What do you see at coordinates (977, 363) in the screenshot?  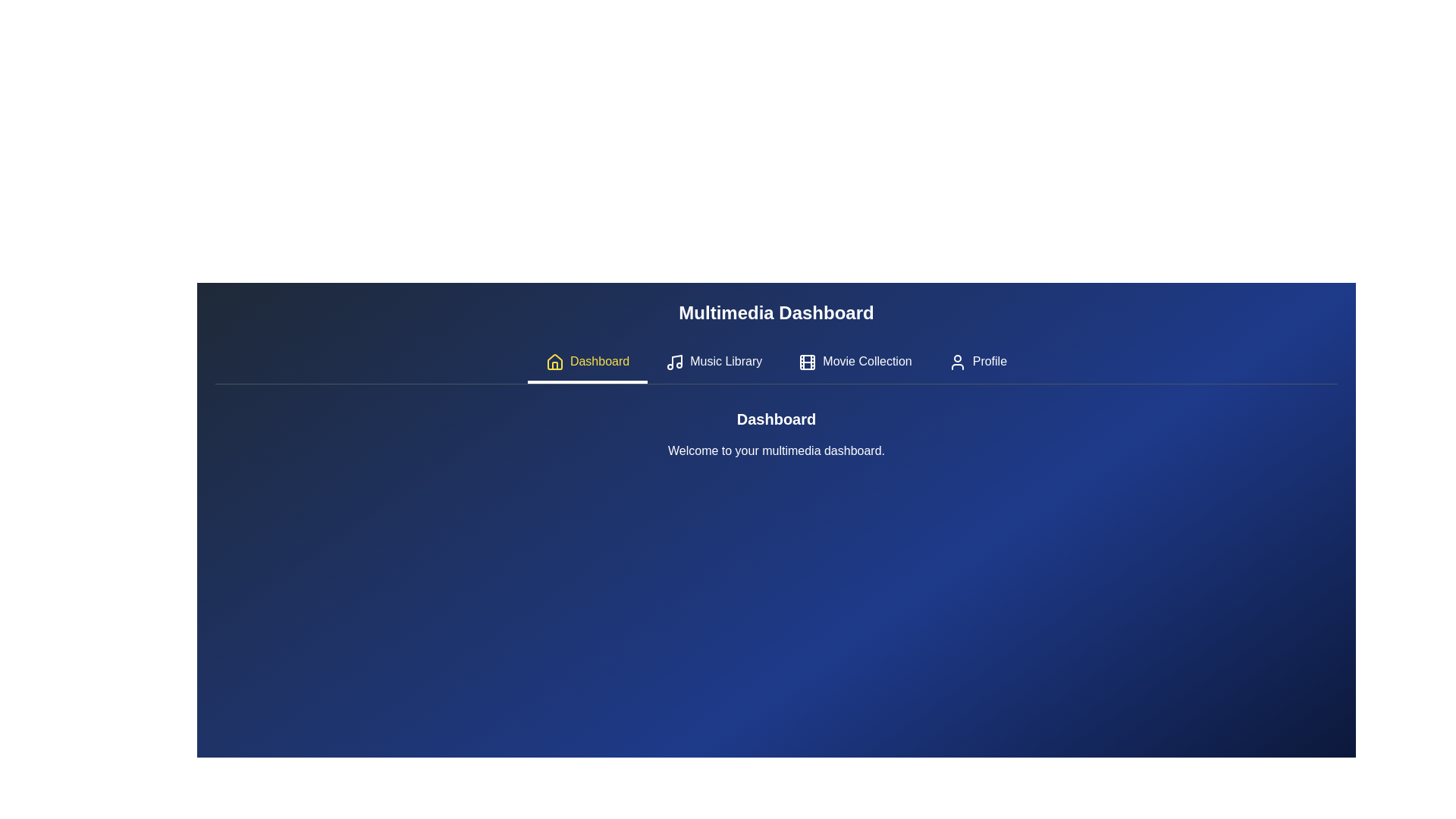 I see `the Profile tab by clicking on its button` at bounding box center [977, 363].